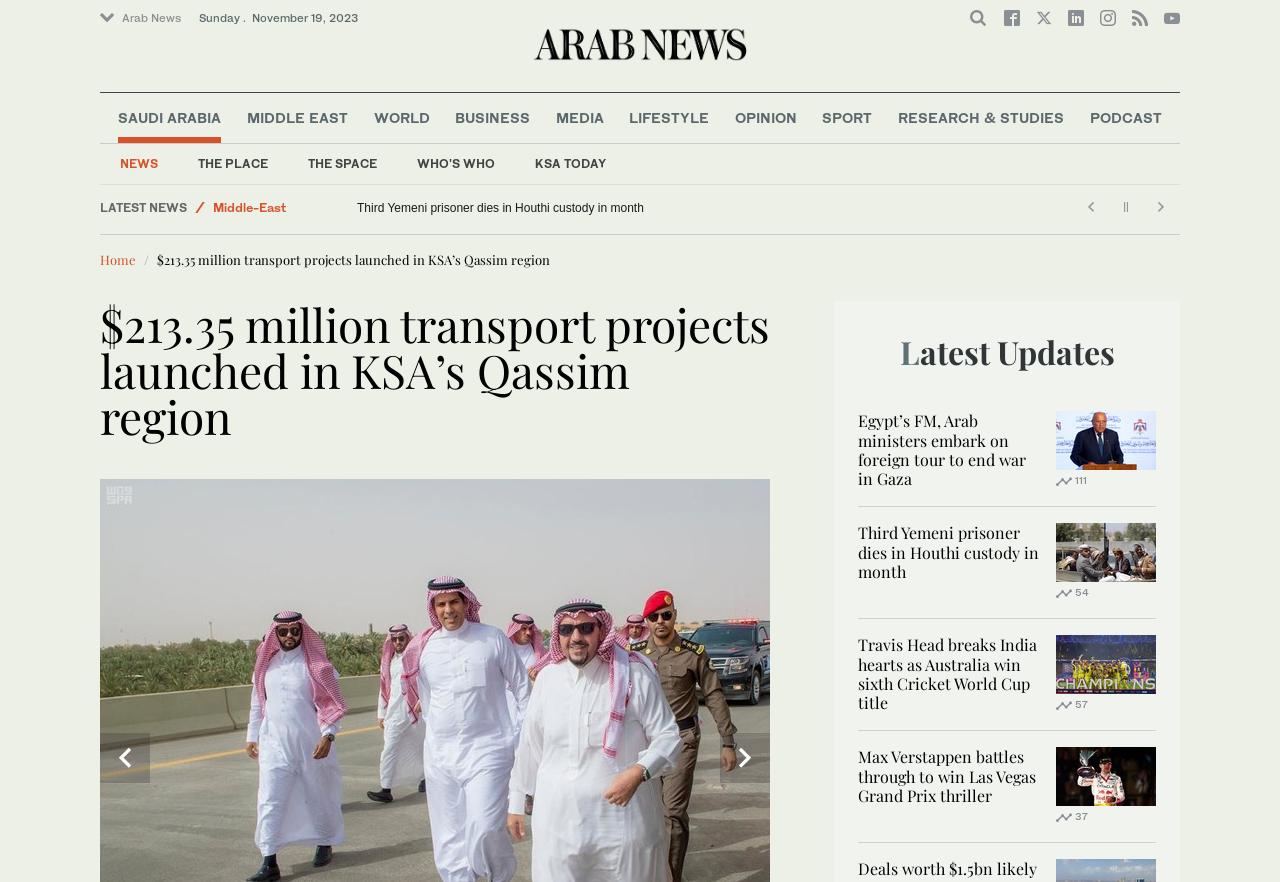 Image resolution: width=1280 pixels, height=882 pixels. Describe the element at coordinates (940, 449) in the screenshot. I see `'Egypt’s FM, Arab ministers embark on foreign tour to end war in Gaza'` at that location.